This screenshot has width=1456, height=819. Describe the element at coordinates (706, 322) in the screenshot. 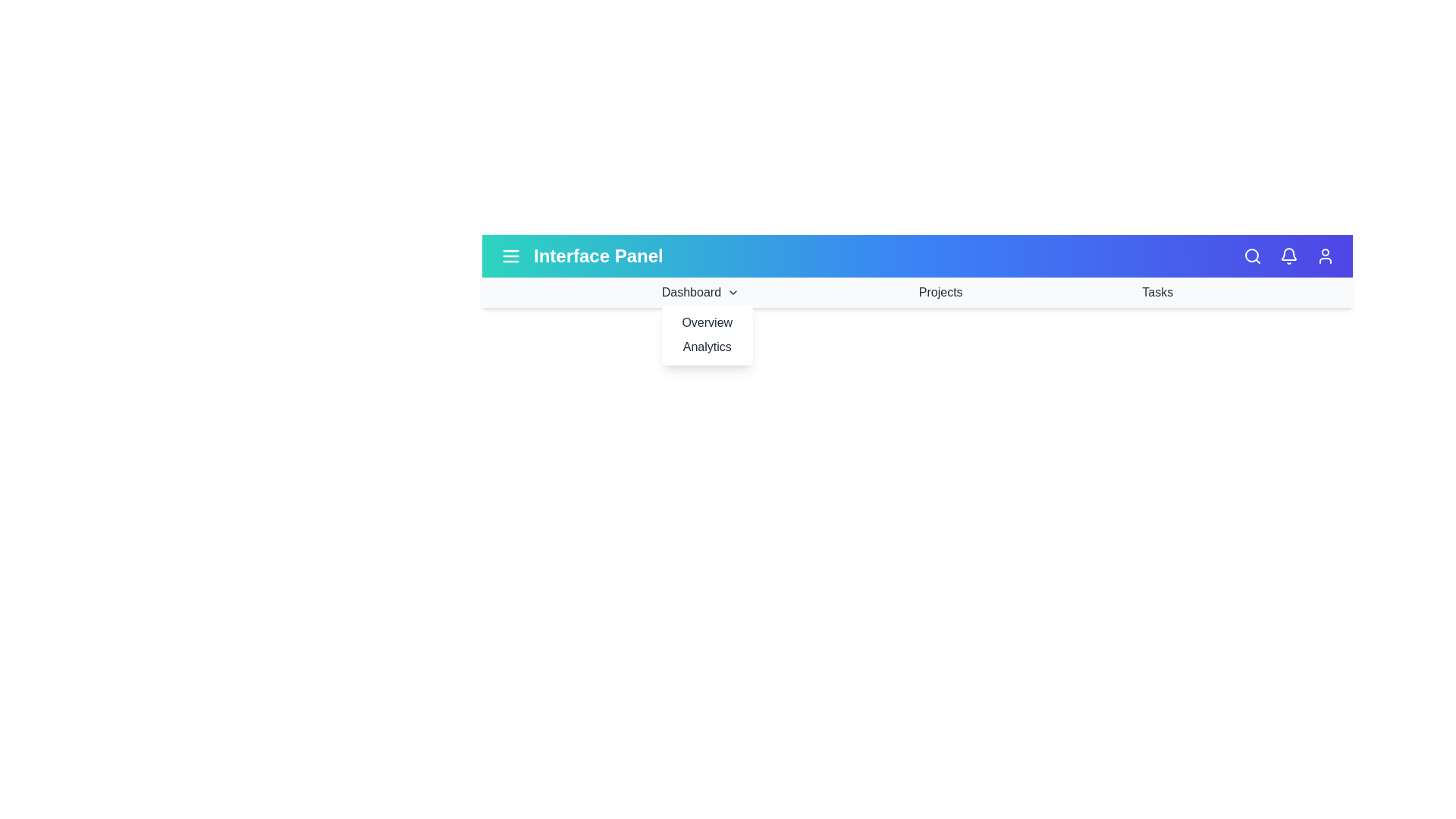

I see `the Overview from the 'Dashboard' submenu` at that location.